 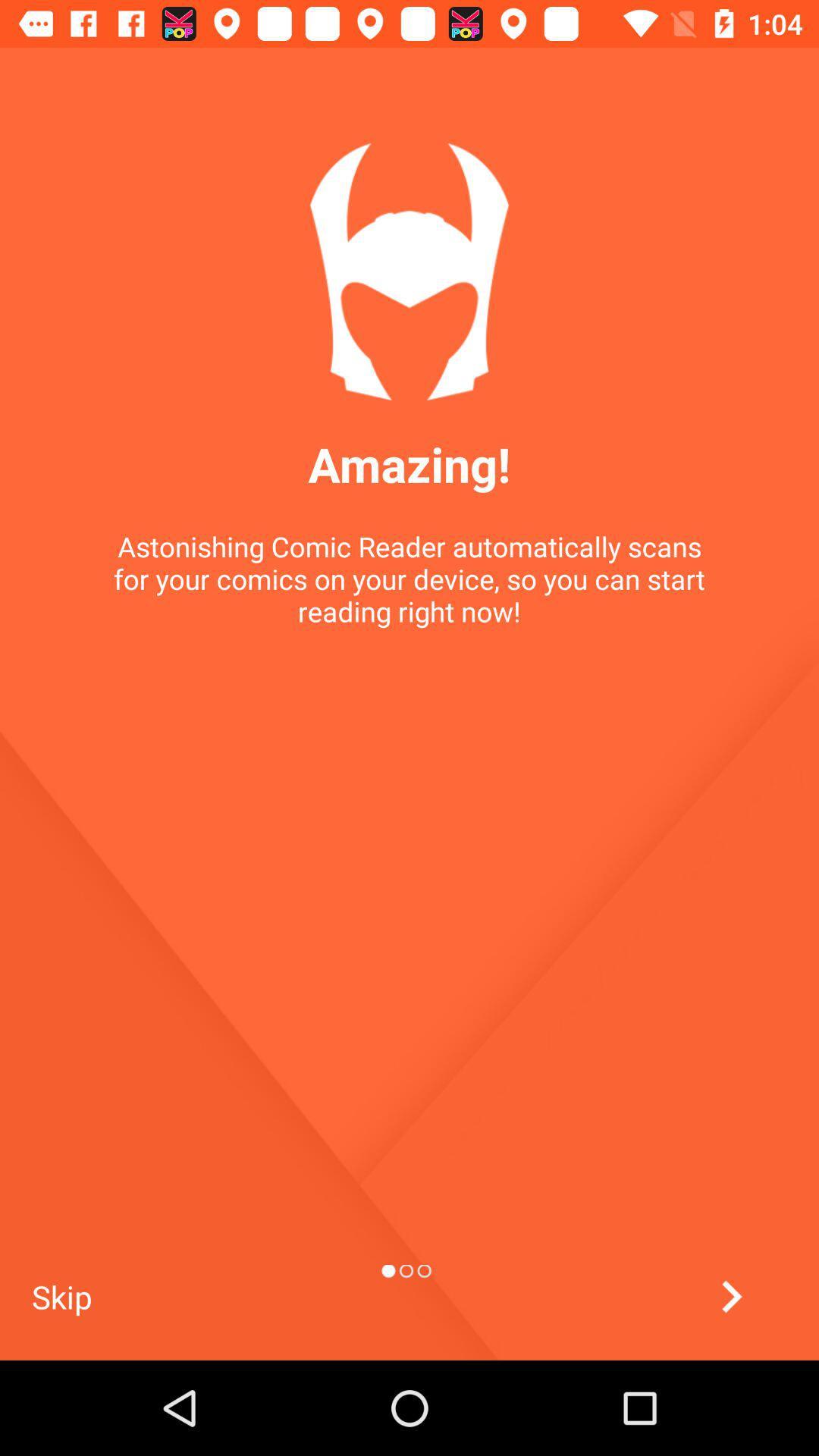 What do you see at coordinates (730, 1295) in the screenshot?
I see `the arrow_forward icon` at bounding box center [730, 1295].